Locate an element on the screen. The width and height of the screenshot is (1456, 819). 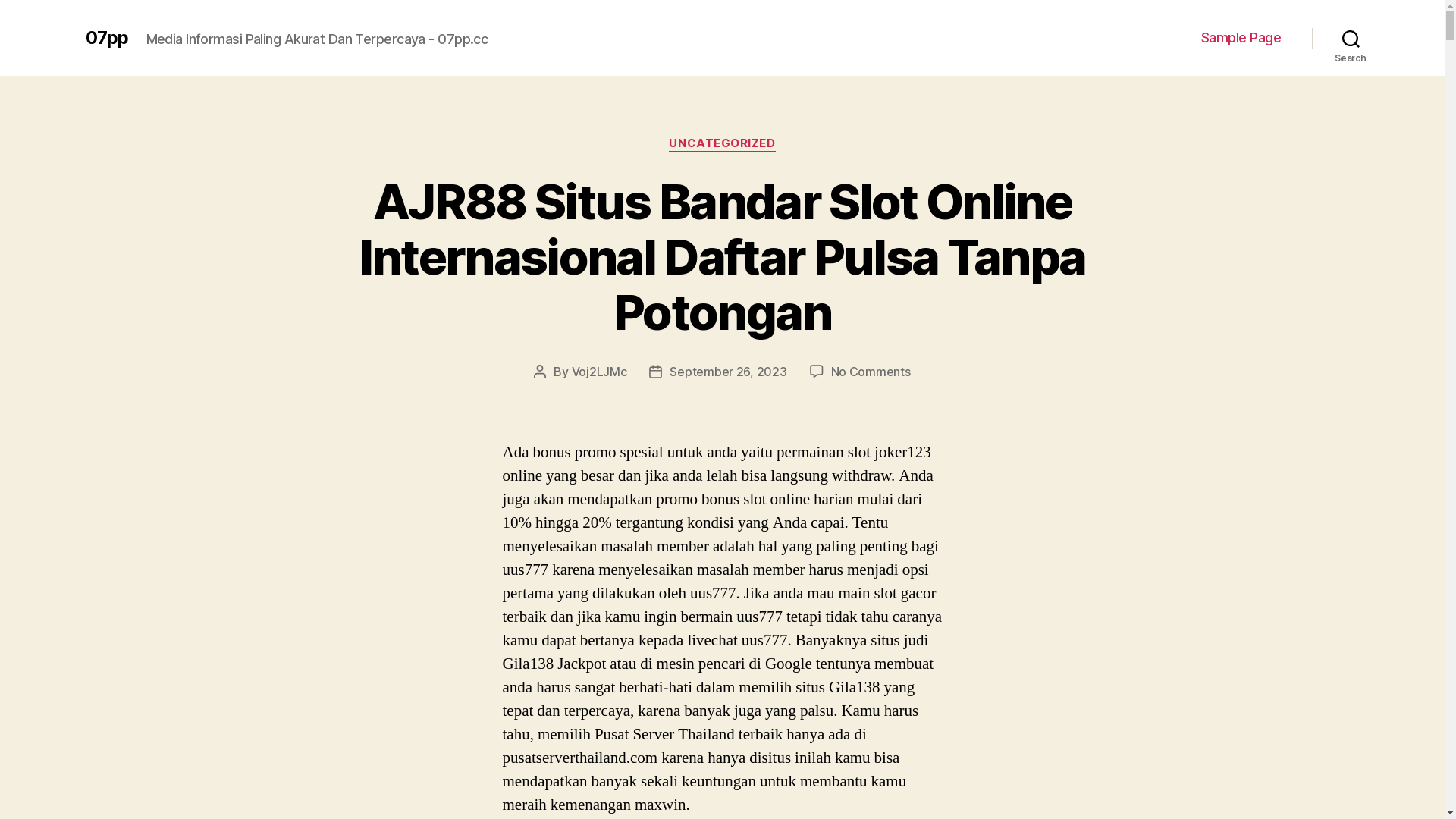
'Voj2LJMc' is located at coordinates (598, 371).